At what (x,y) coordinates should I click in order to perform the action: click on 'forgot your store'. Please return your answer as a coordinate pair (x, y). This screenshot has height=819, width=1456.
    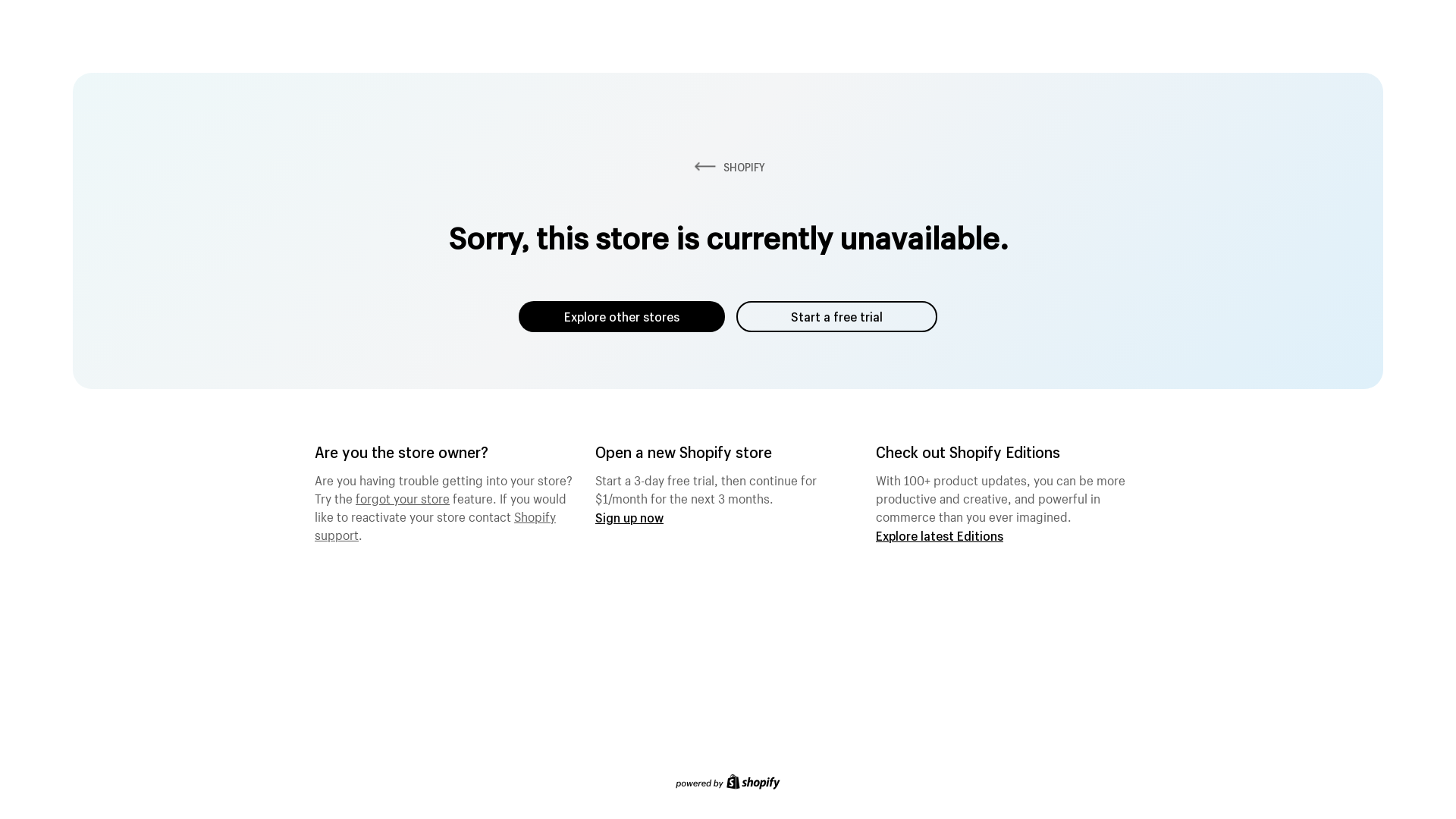
    Looking at the image, I should click on (403, 497).